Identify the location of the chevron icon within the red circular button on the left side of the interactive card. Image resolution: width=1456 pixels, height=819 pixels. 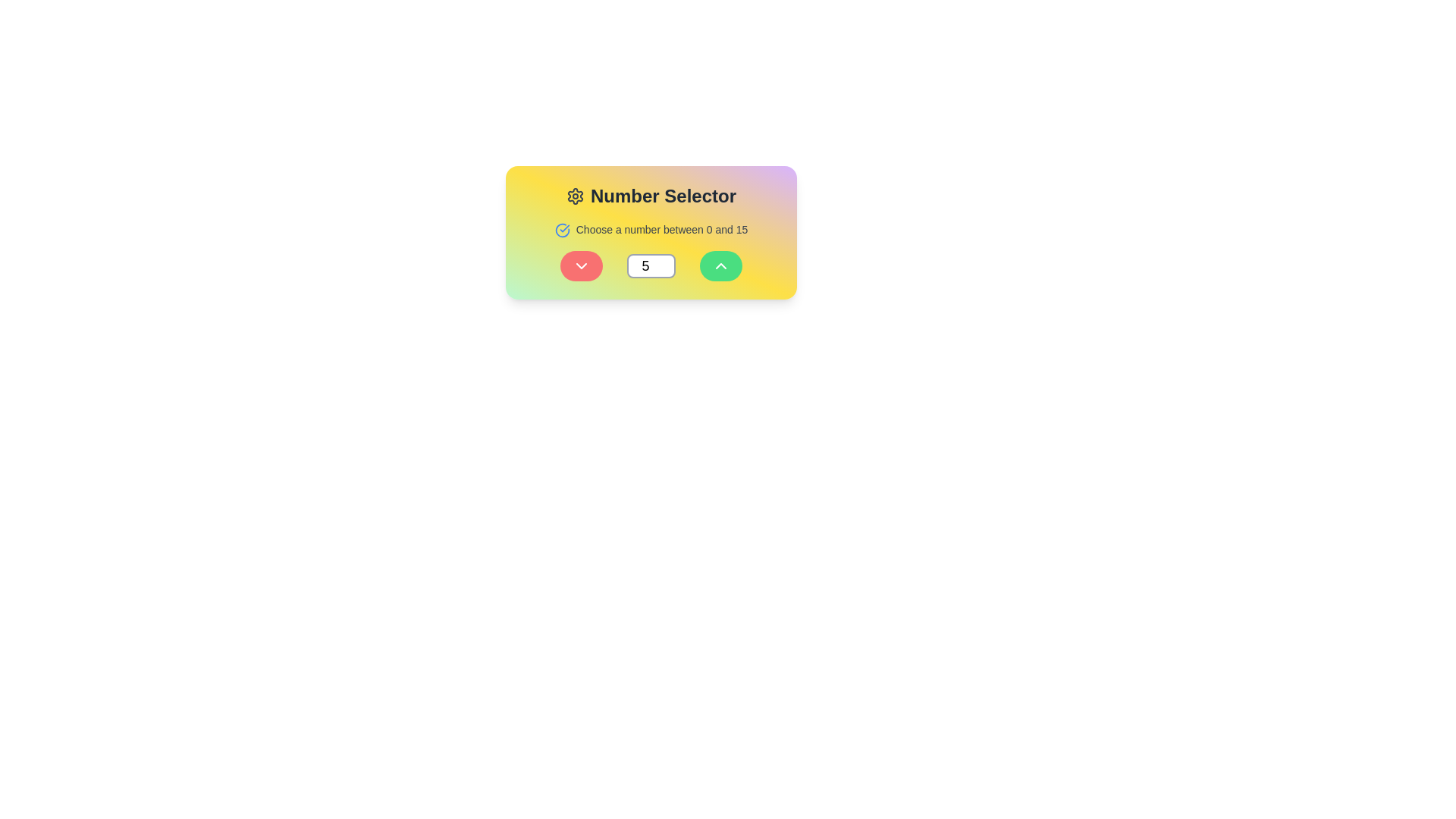
(581, 265).